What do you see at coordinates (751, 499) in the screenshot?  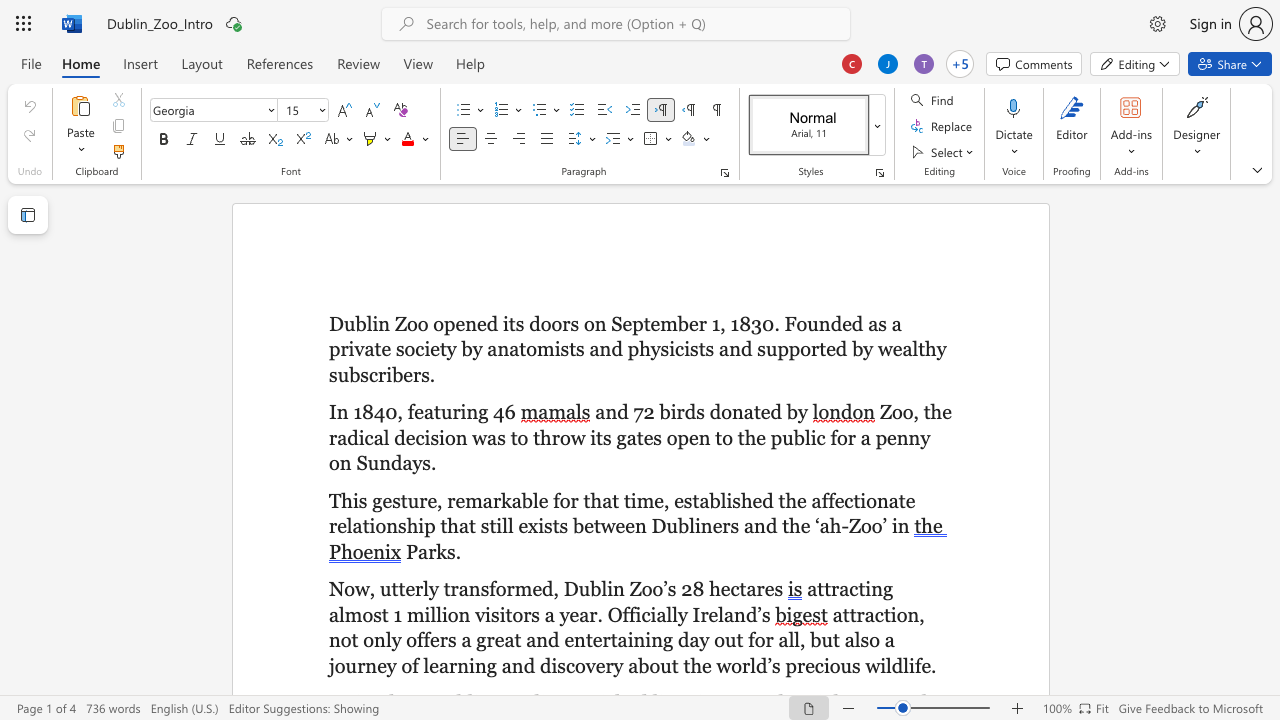 I see `the space between the continuous character "h" and "e" in the text` at bounding box center [751, 499].